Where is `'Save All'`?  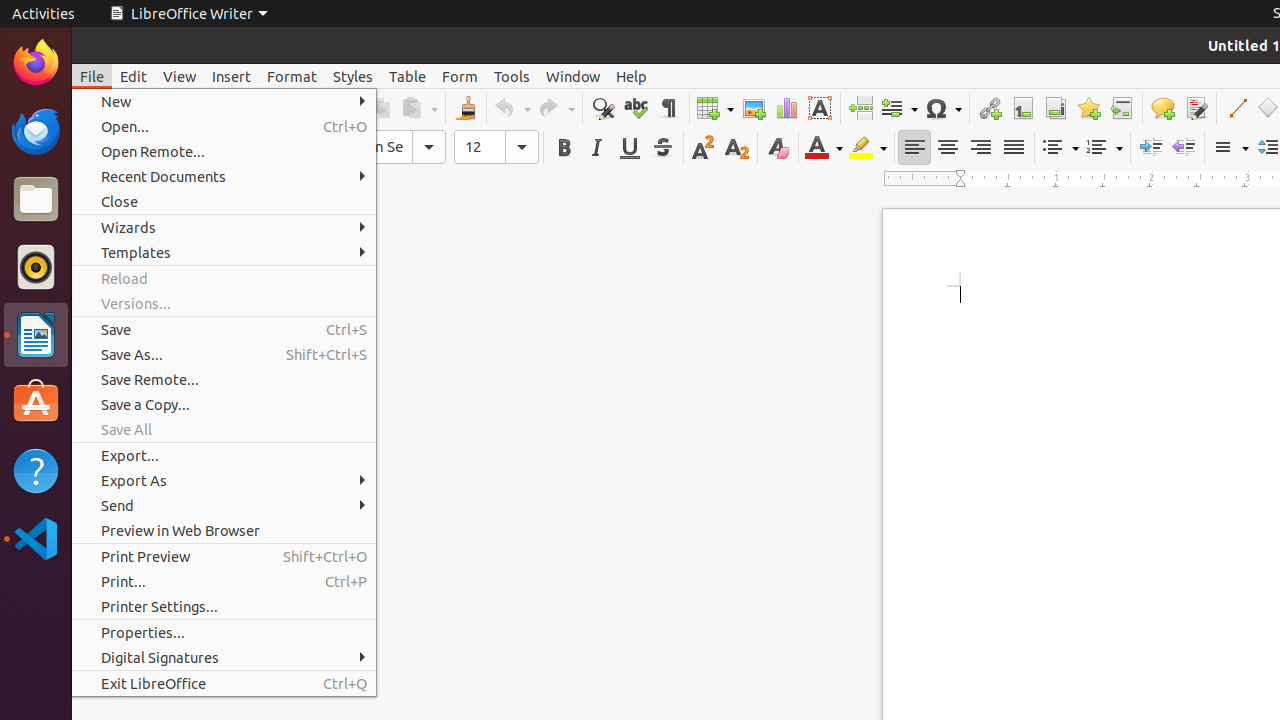 'Save All' is located at coordinates (224, 428).